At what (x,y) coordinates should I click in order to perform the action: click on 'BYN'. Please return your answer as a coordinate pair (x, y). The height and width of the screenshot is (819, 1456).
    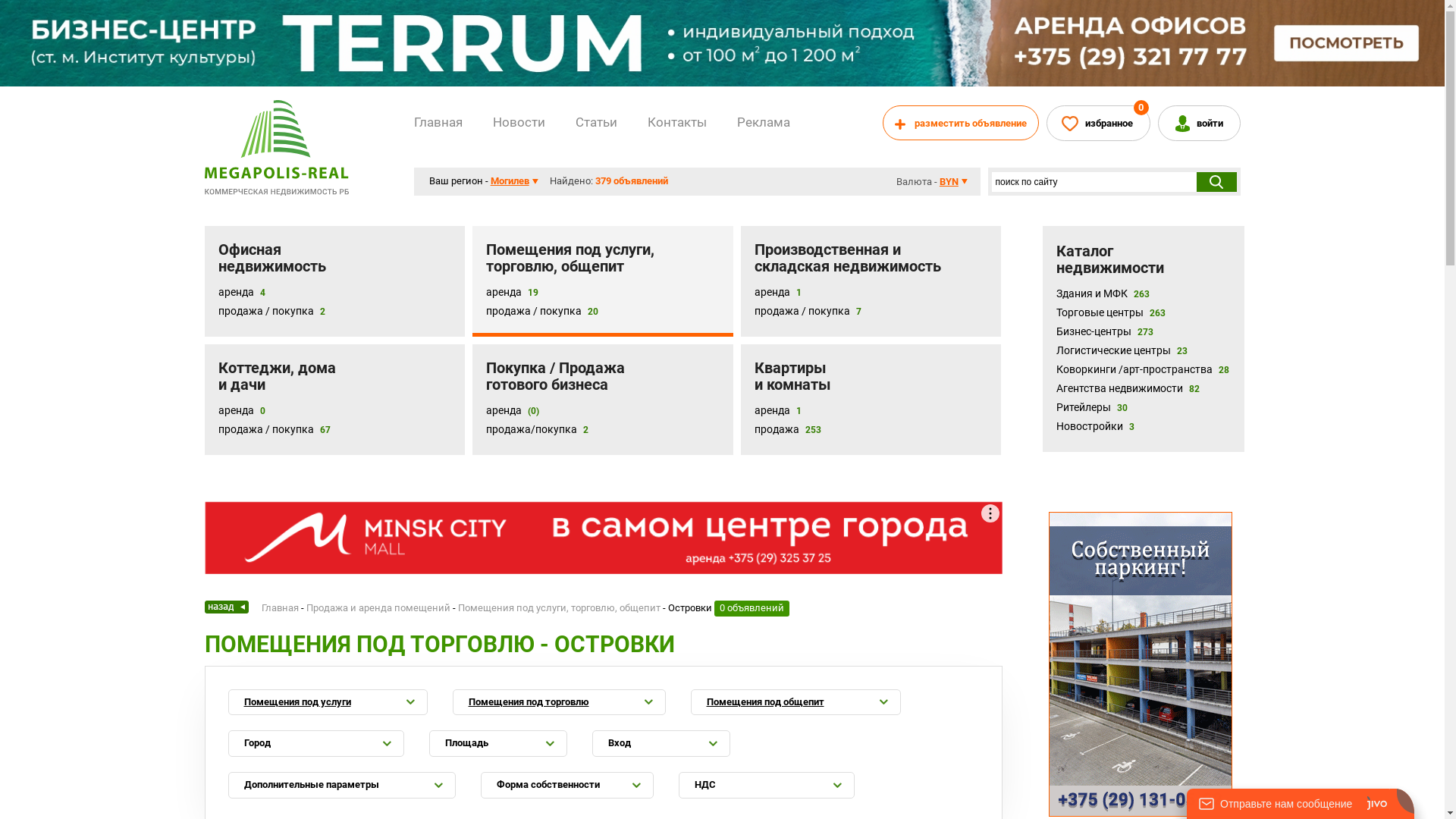
    Looking at the image, I should click on (952, 180).